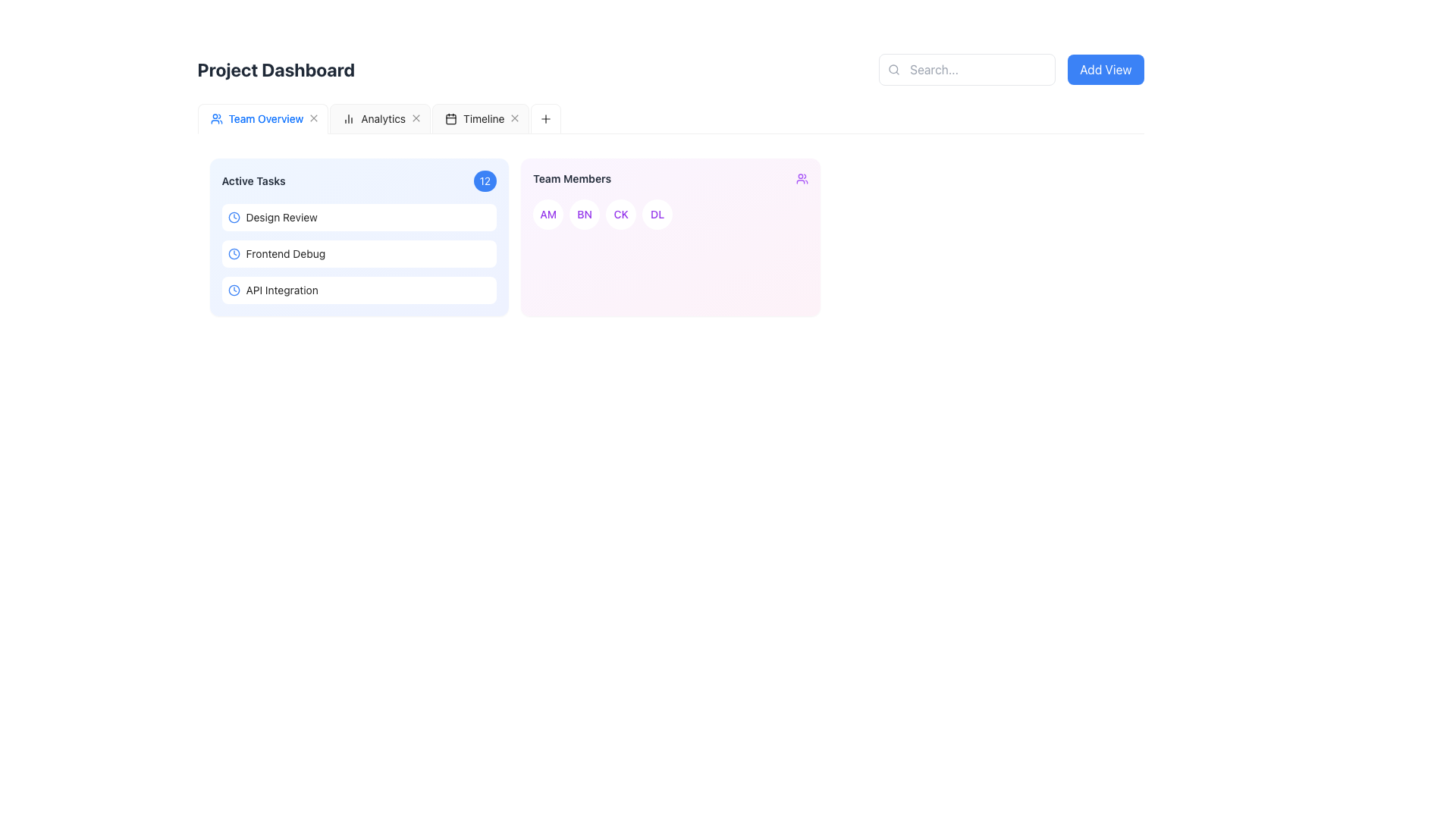 This screenshot has width=1456, height=819. I want to click on the plus icon embedded within the 'Add tab' button, so click(546, 118).